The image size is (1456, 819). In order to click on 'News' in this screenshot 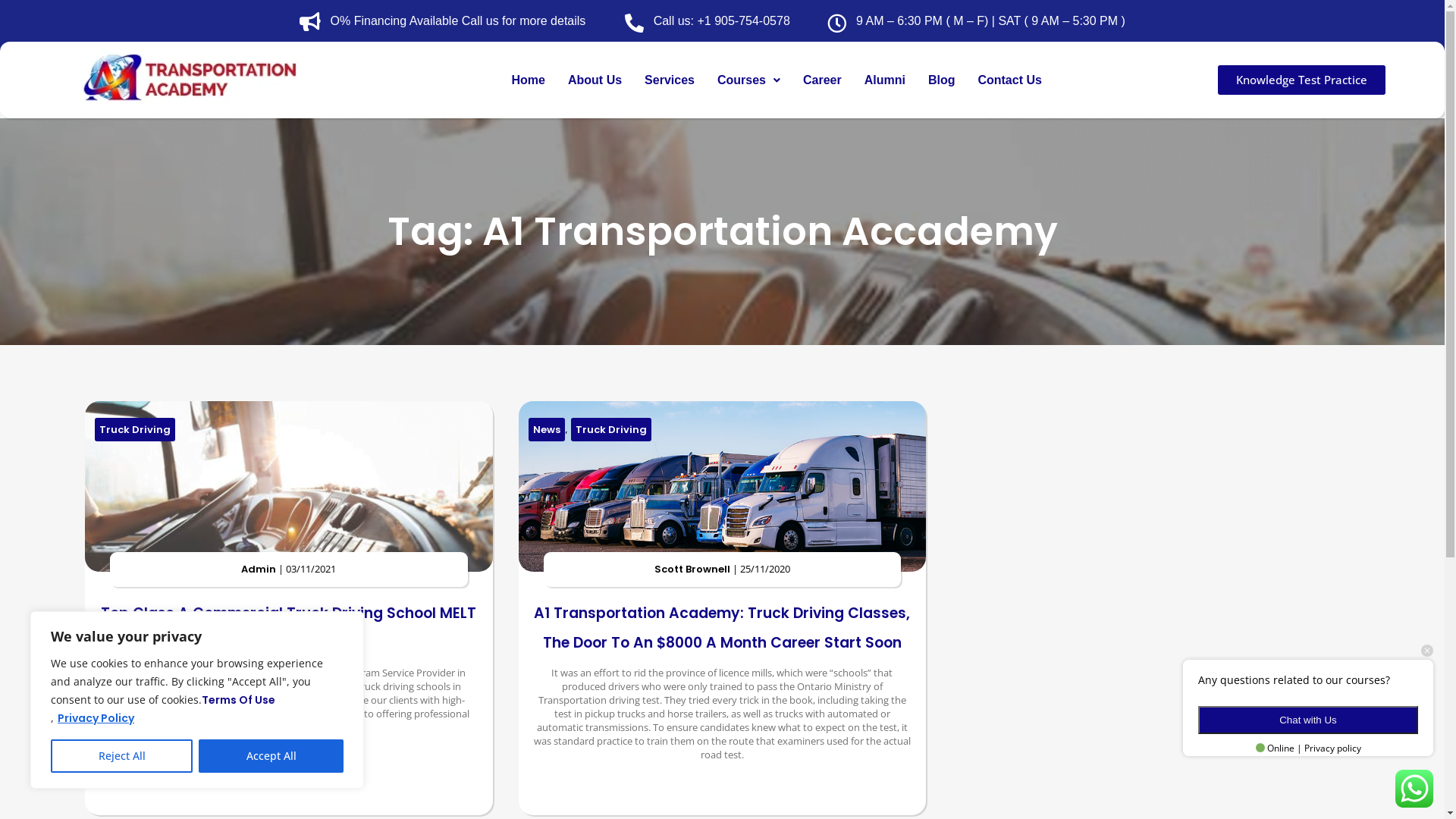, I will do `click(546, 429)`.